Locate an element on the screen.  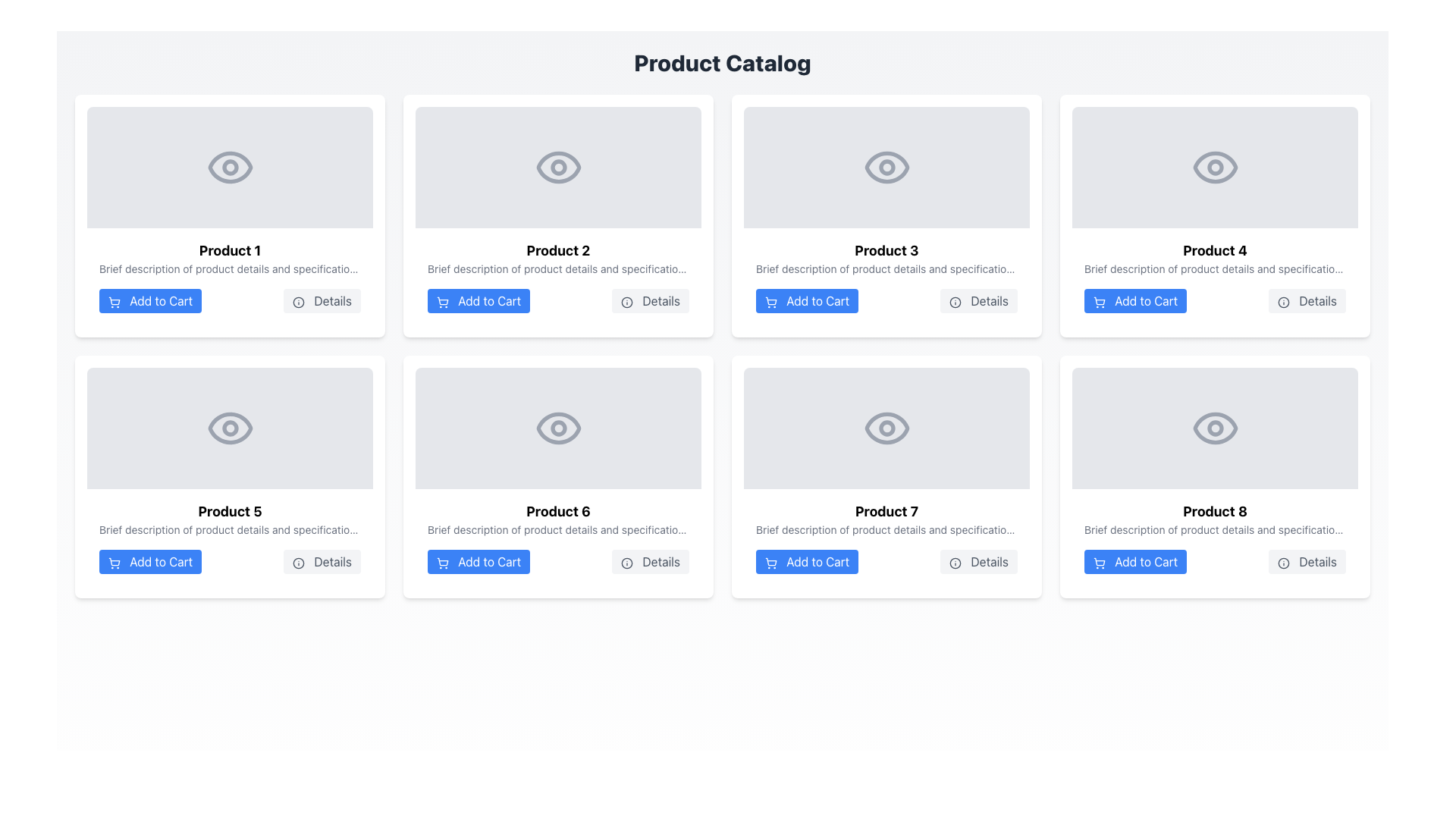
the 'Add to Cart' button with a blue background and white text, located in the bottom-left section of the 'Product 1' card is located at coordinates (150, 301).